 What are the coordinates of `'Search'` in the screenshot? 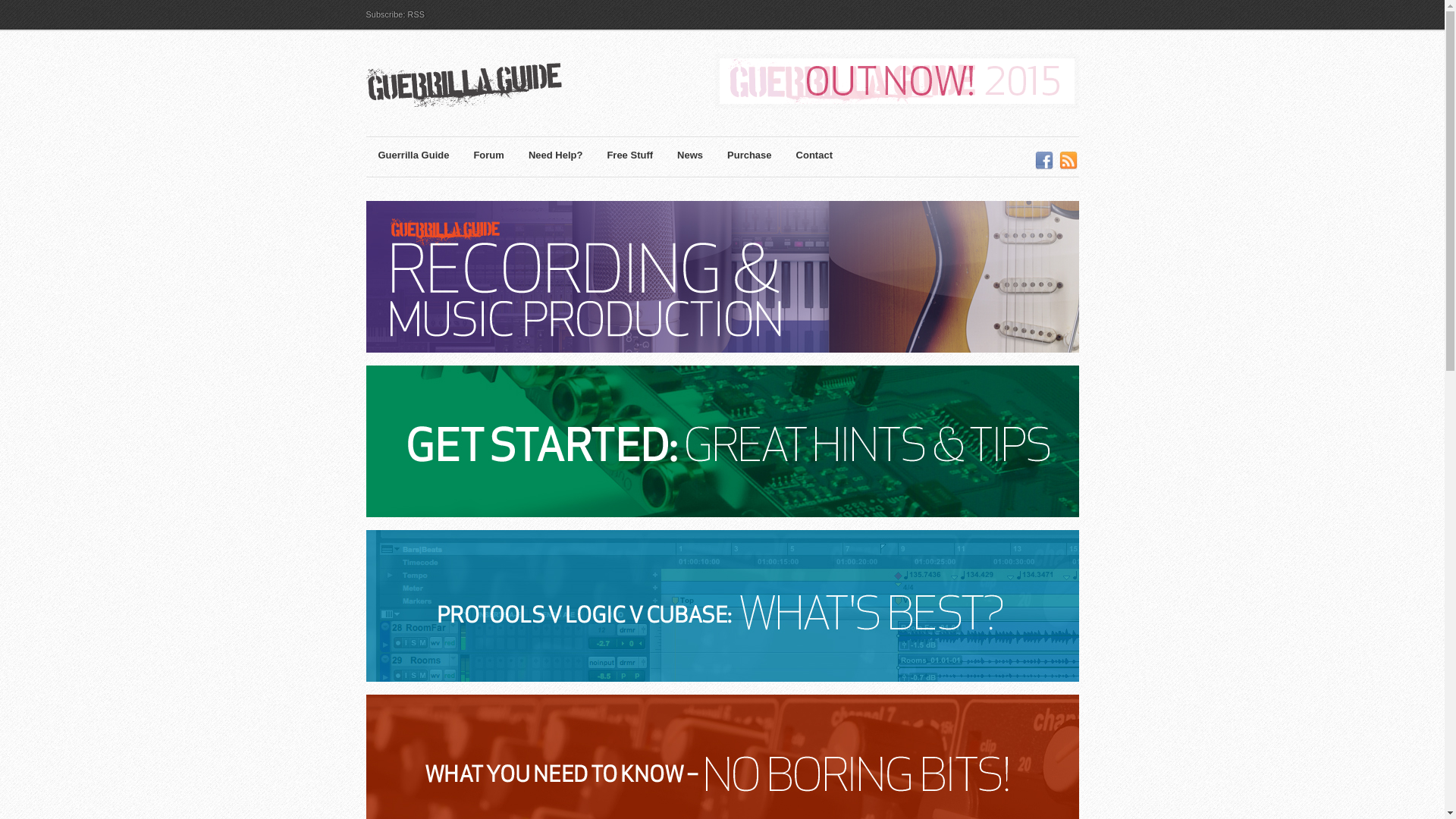 It's located at (22, 16).